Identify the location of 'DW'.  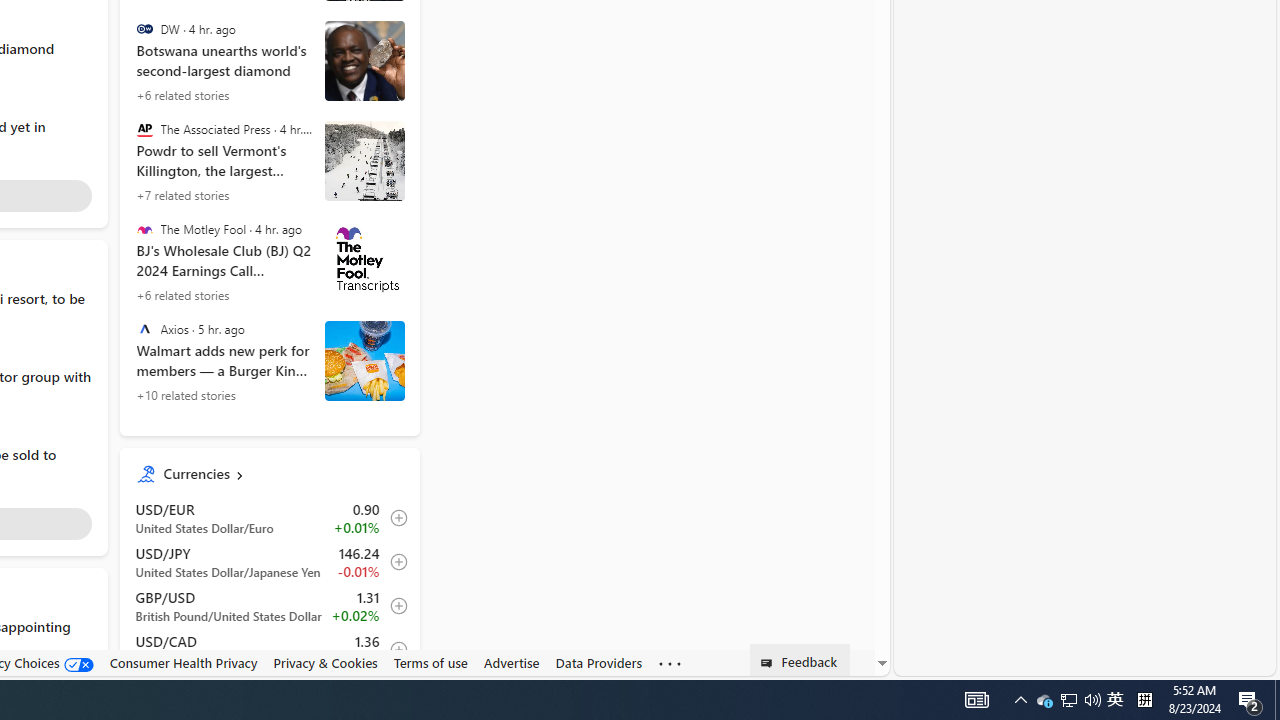
(143, 29).